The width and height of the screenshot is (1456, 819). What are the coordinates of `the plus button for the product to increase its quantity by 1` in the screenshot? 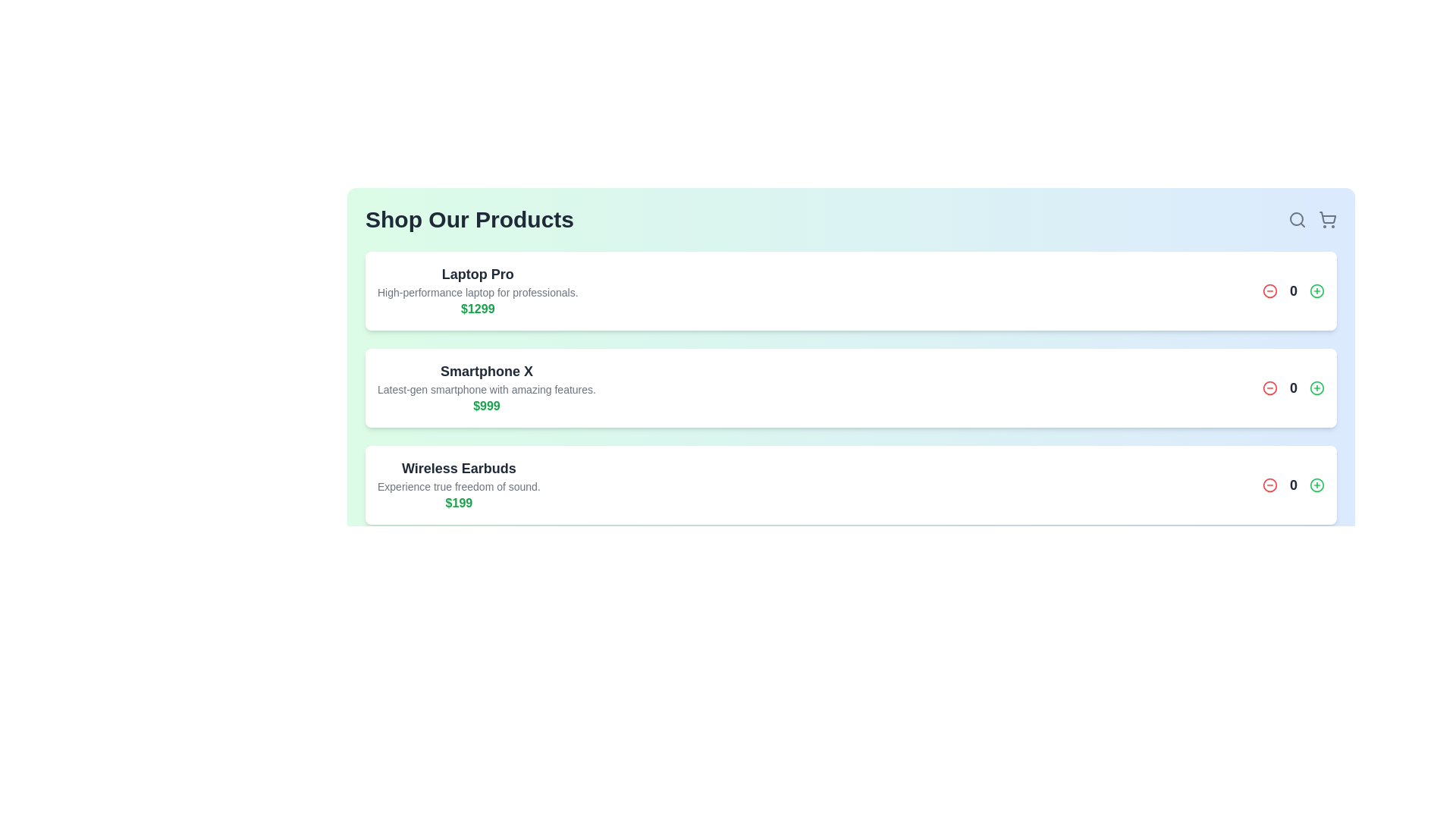 It's located at (1316, 291).